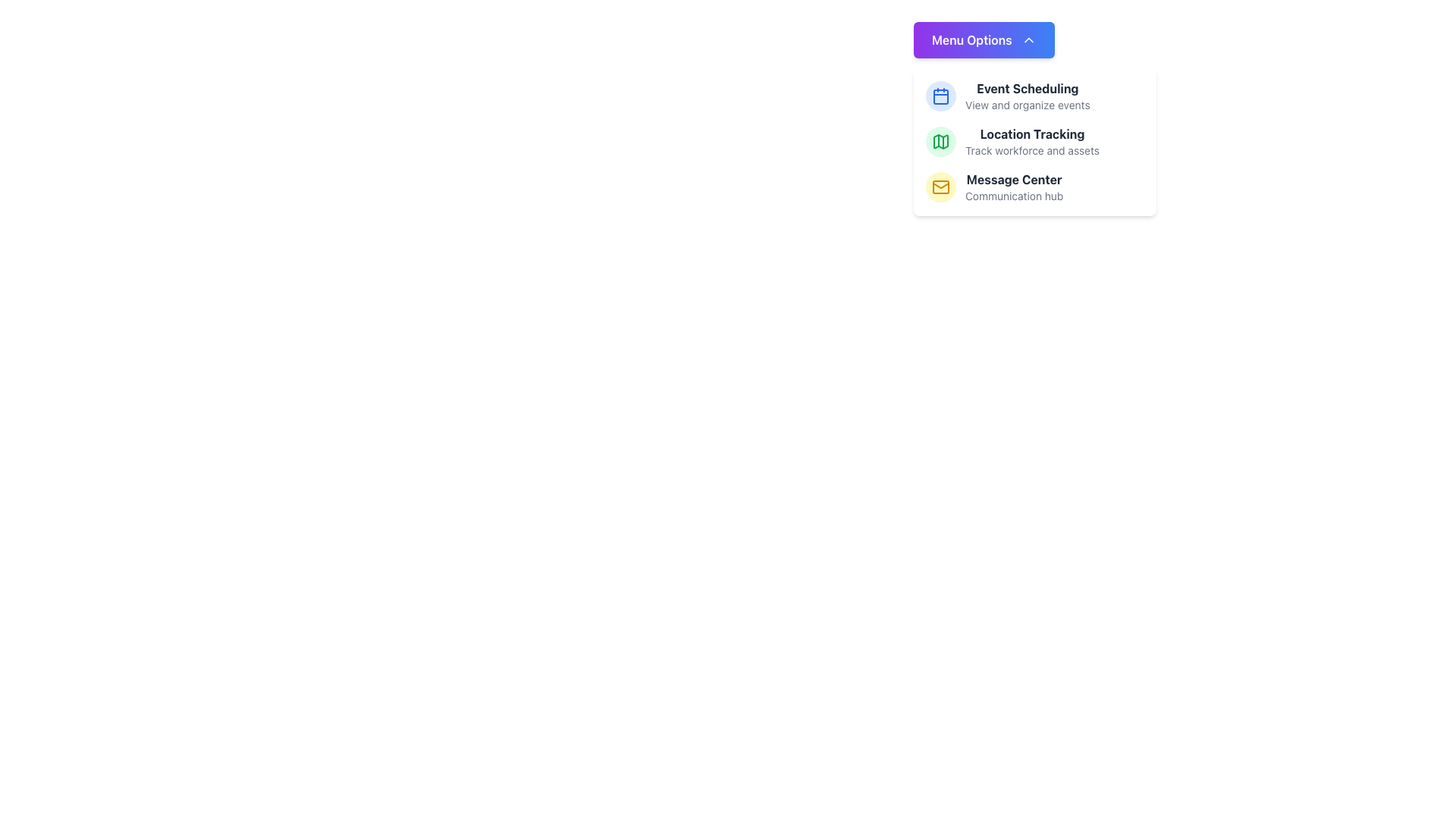  I want to click on the upward-pointing chevron icon located to the right of the 'Menu Options' button in the top-right region of the interface, so click(1028, 39).